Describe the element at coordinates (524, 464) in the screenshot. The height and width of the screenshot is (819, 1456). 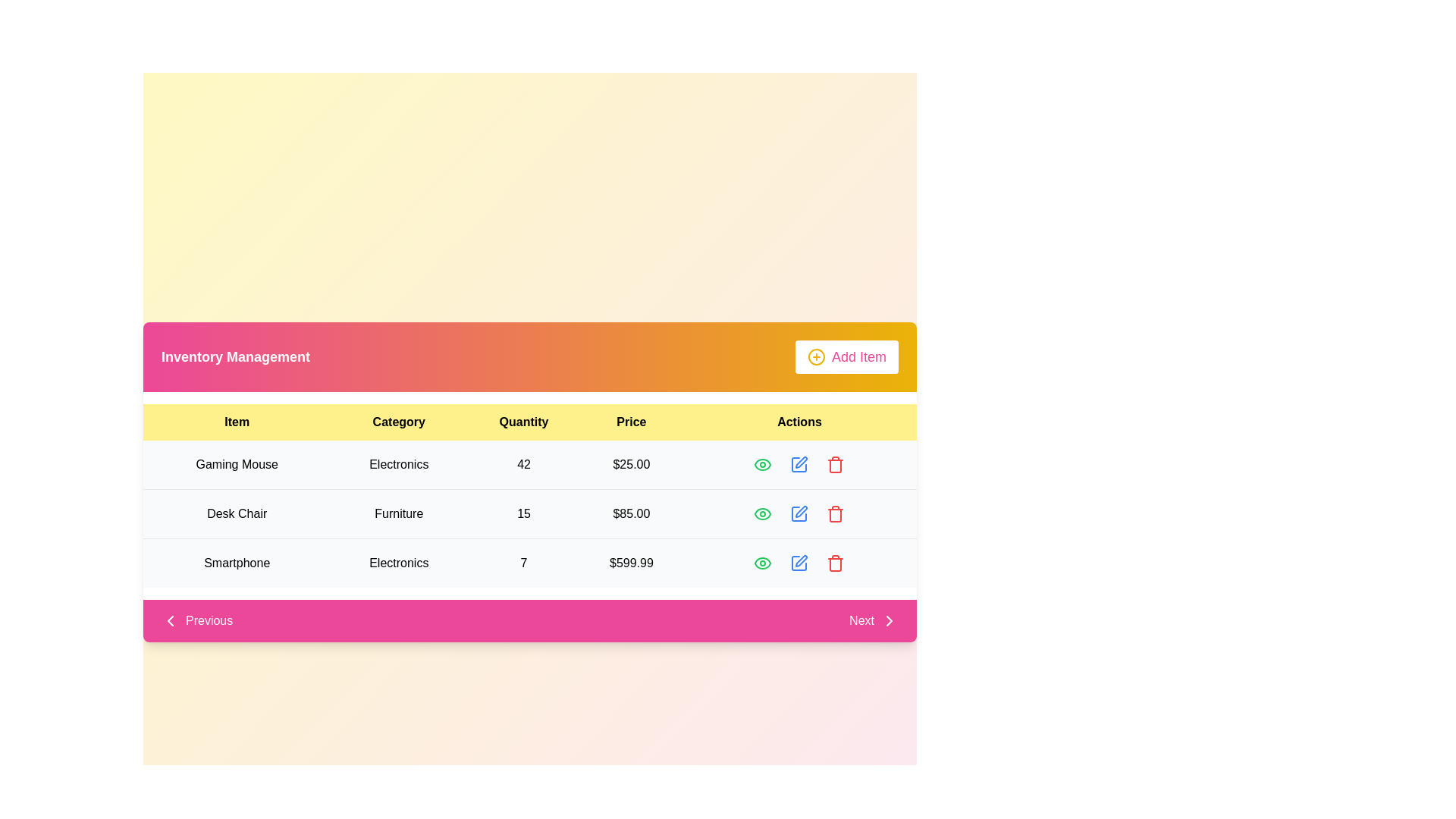
I see `the 'Quantity' text label indicating the available quantity of 'Gaming Mouse' in the inventory` at that location.